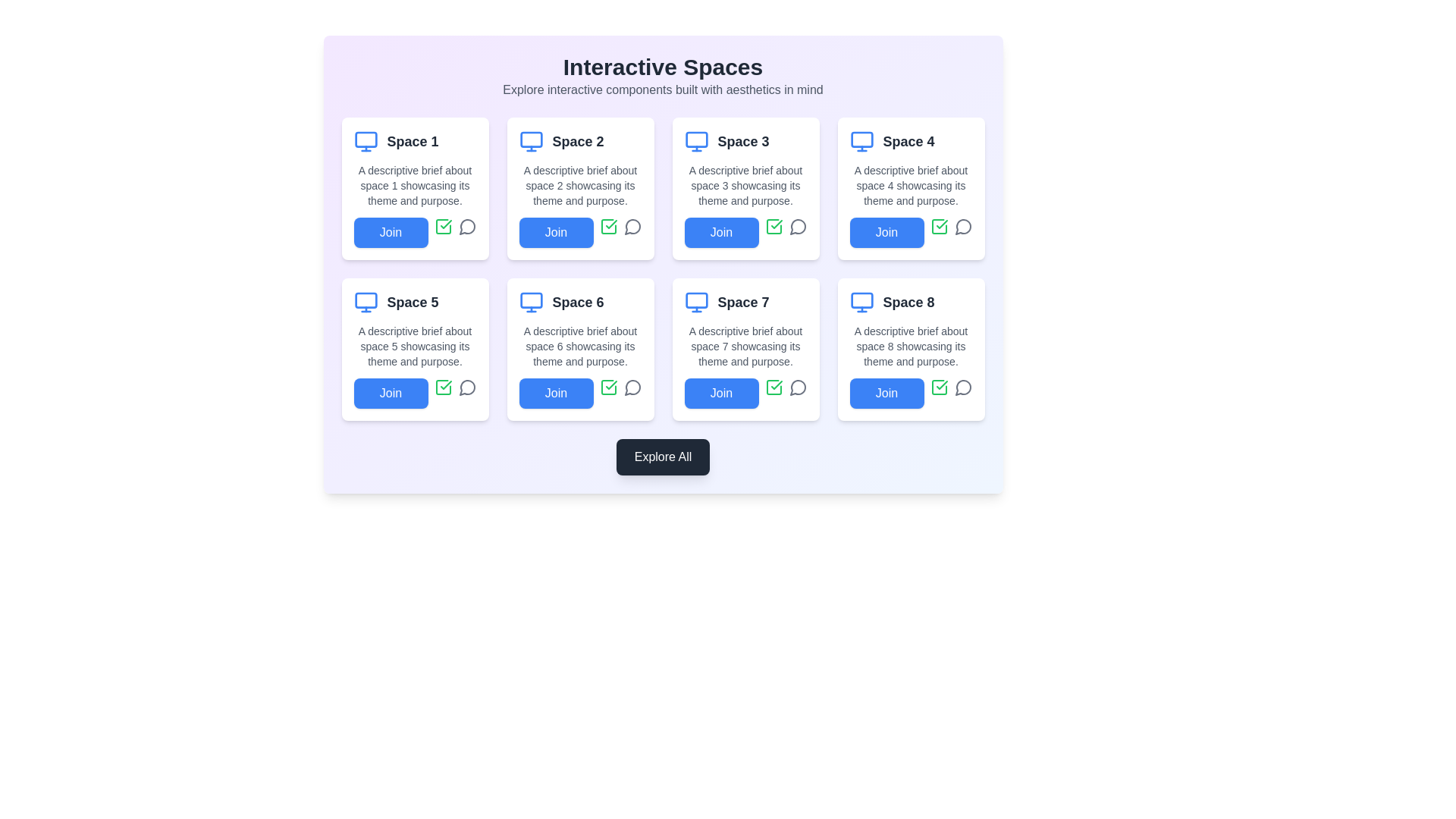 The height and width of the screenshot is (819, 1456). What do you see at coordinates (366, 141) in the screenshot?
I see `the monitor icon representing 'Space 1', which is positioned above the text 'Space 1' and adjacent to its descriptive content` at bounding box center [366, 141].